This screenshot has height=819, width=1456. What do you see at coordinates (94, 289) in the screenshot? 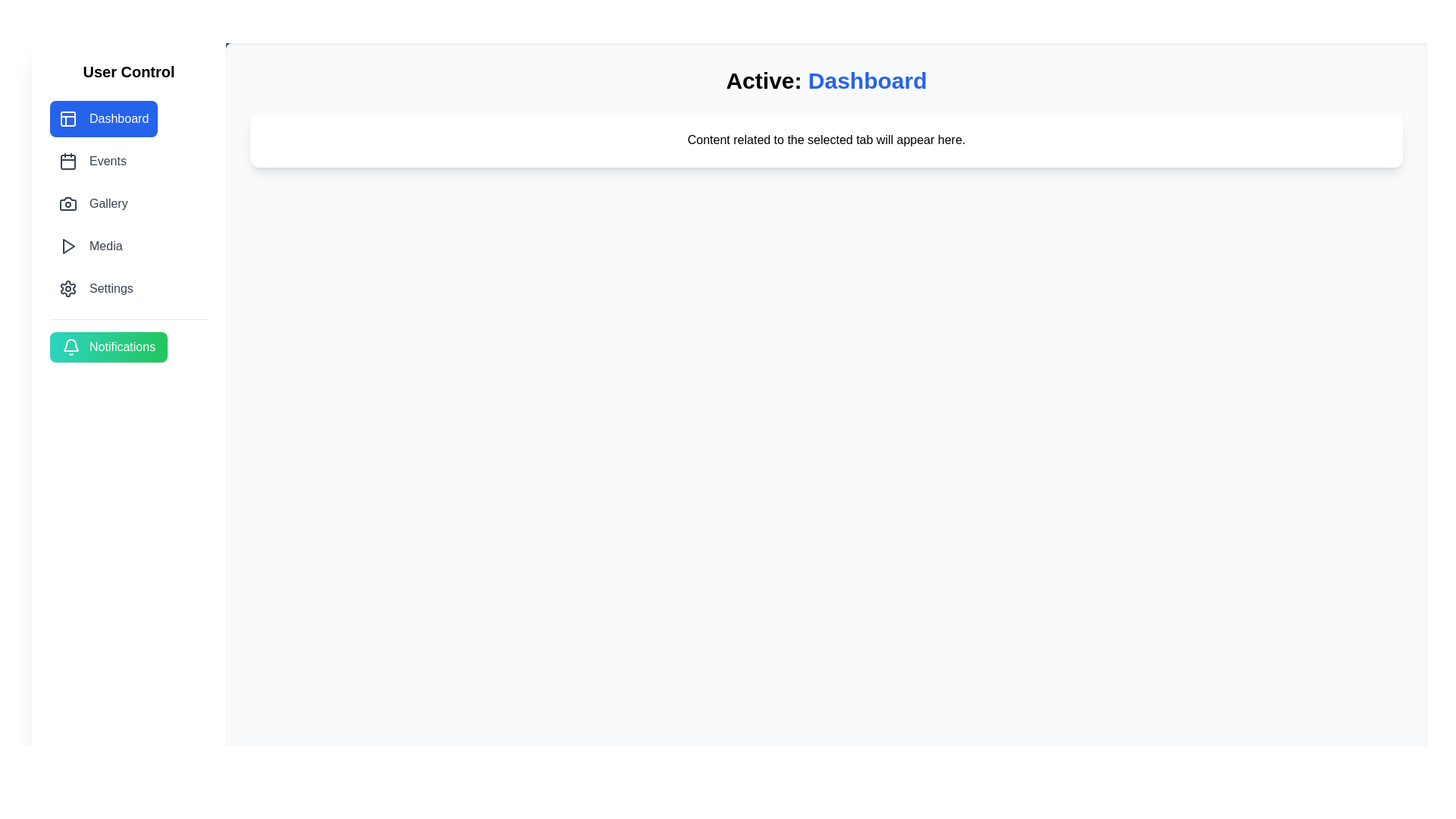
I see `the tab labeled Settings to navigate to it` at bounding box center [94, 289].